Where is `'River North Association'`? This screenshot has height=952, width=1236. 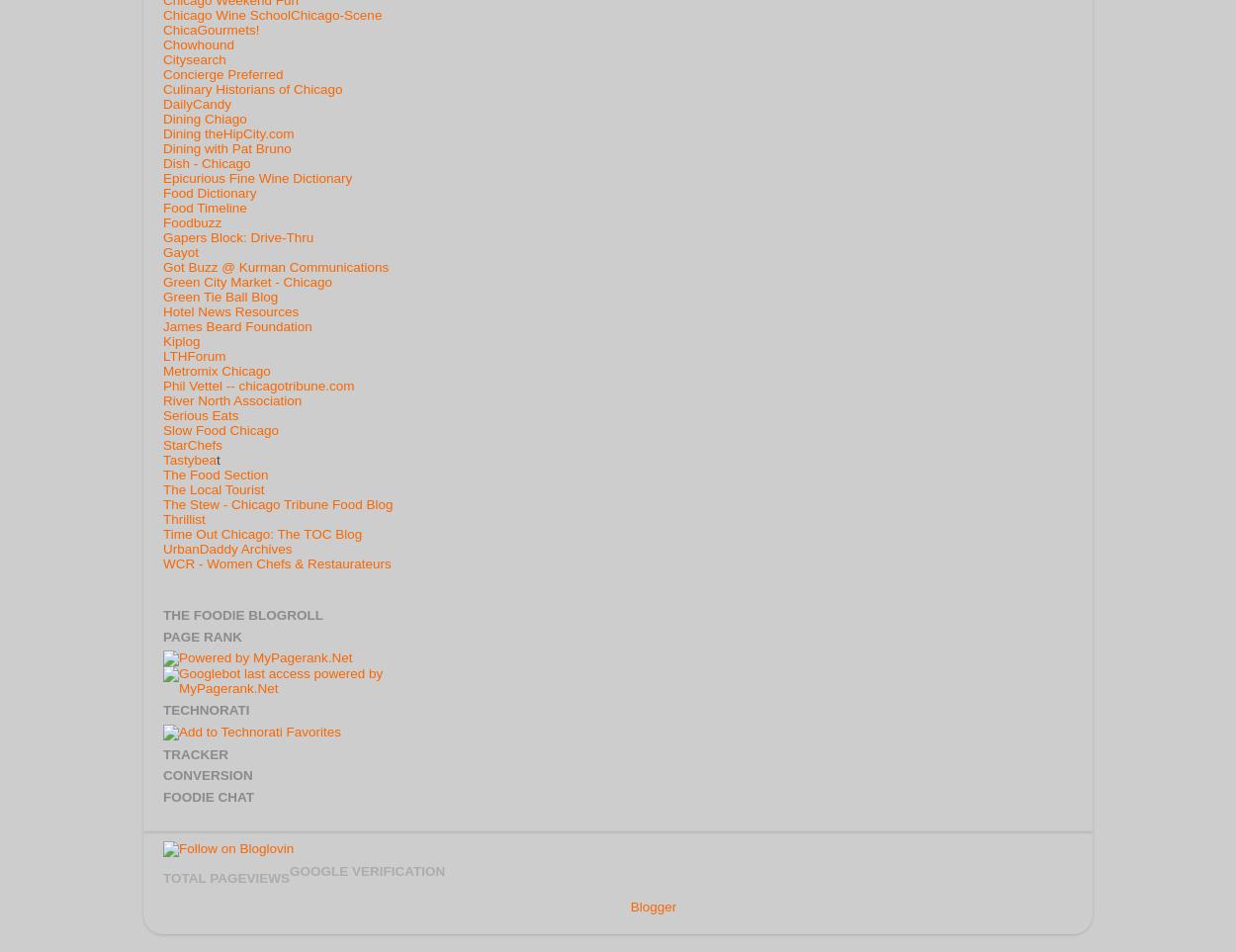
'River North Association' is located at coordinates (231, 400).